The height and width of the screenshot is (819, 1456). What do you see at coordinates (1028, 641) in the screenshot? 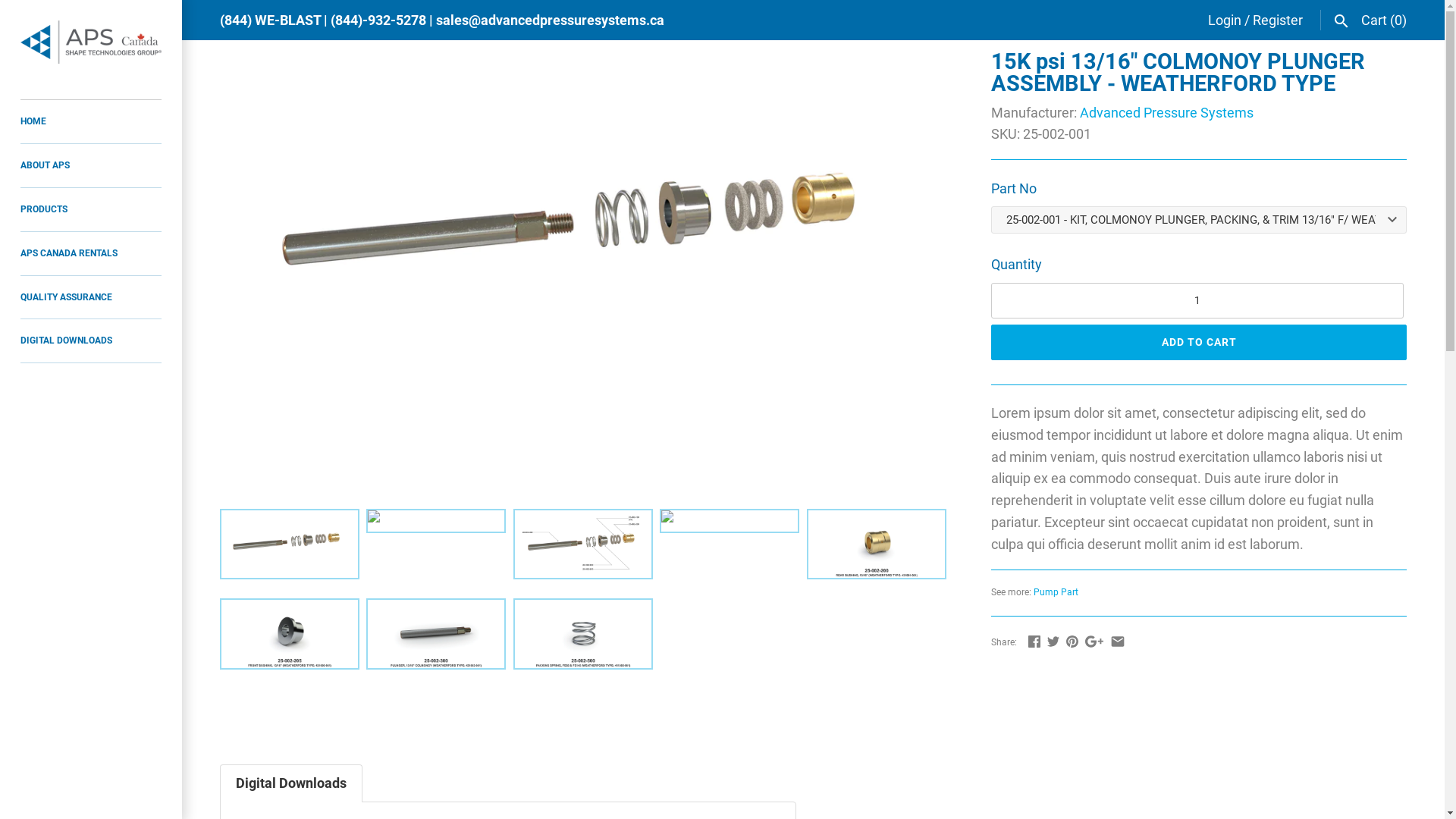
I see `'Facebook'` at bounding box center [1028, 641].